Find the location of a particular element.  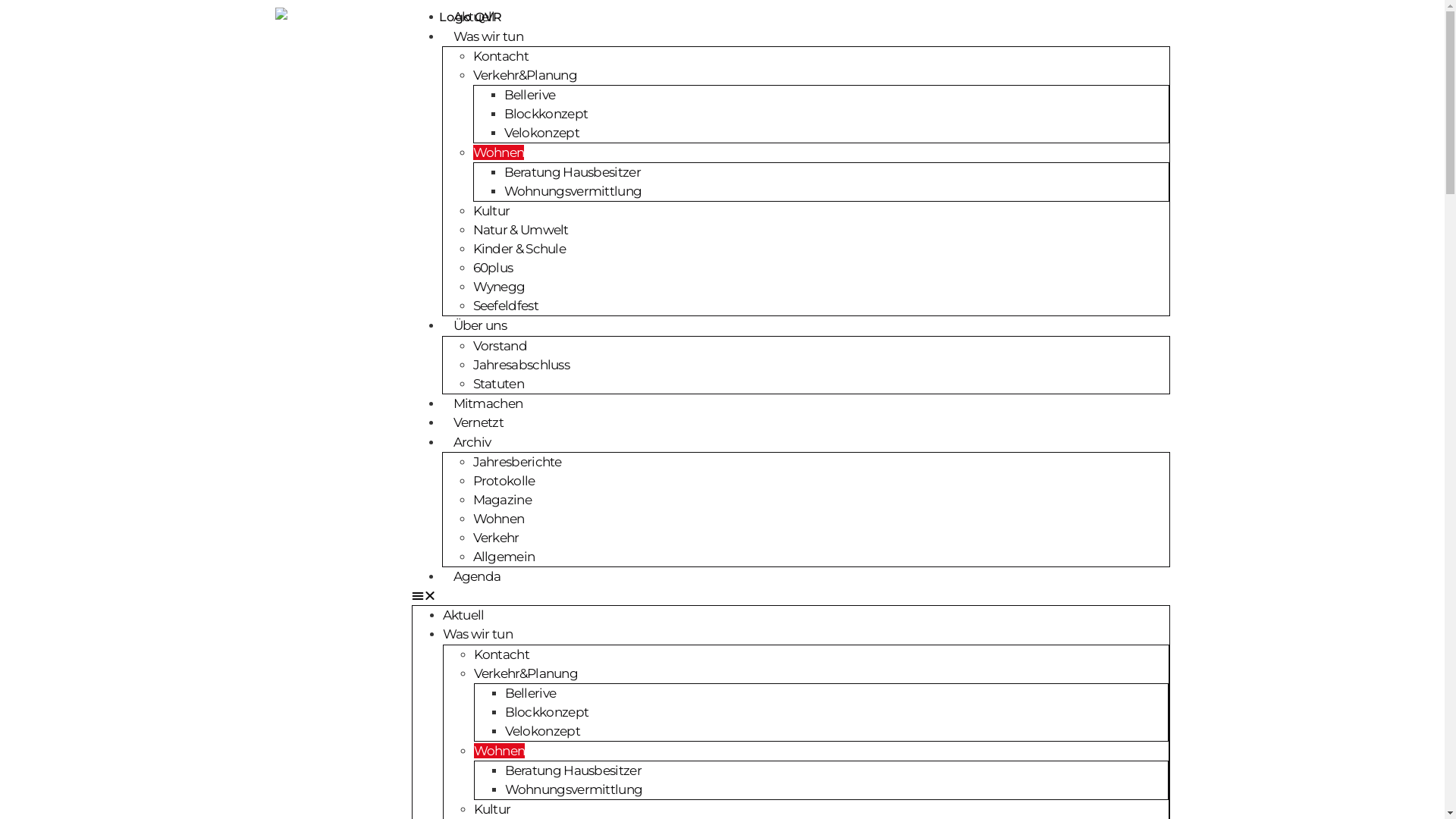

'Allgemein' is located at coordinates (504, 556).